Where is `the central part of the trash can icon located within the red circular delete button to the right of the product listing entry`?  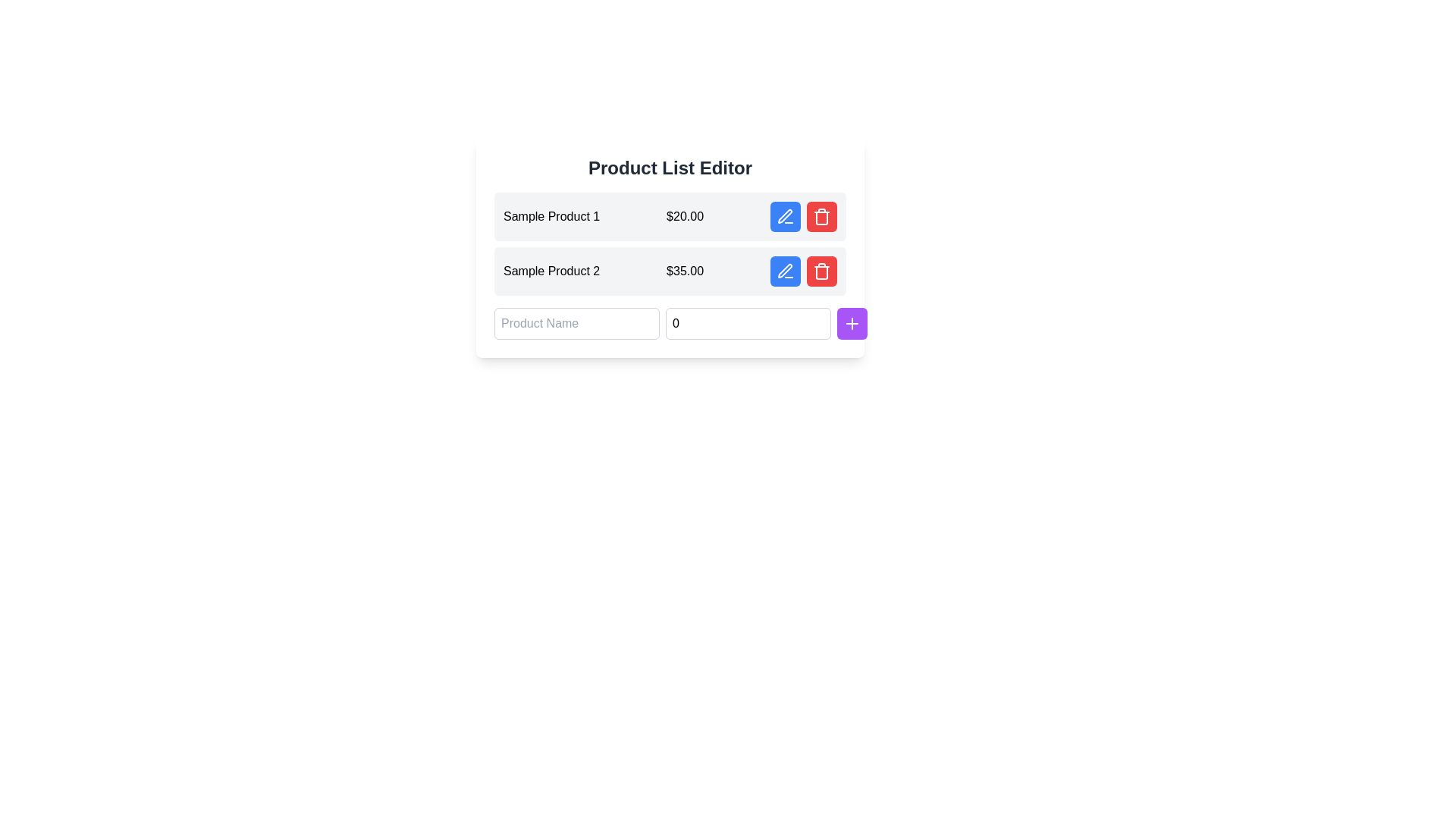
the central part of the trash can icon located within the red circular delete button to the right of the product listing entry is located at coordinates (821, 271).